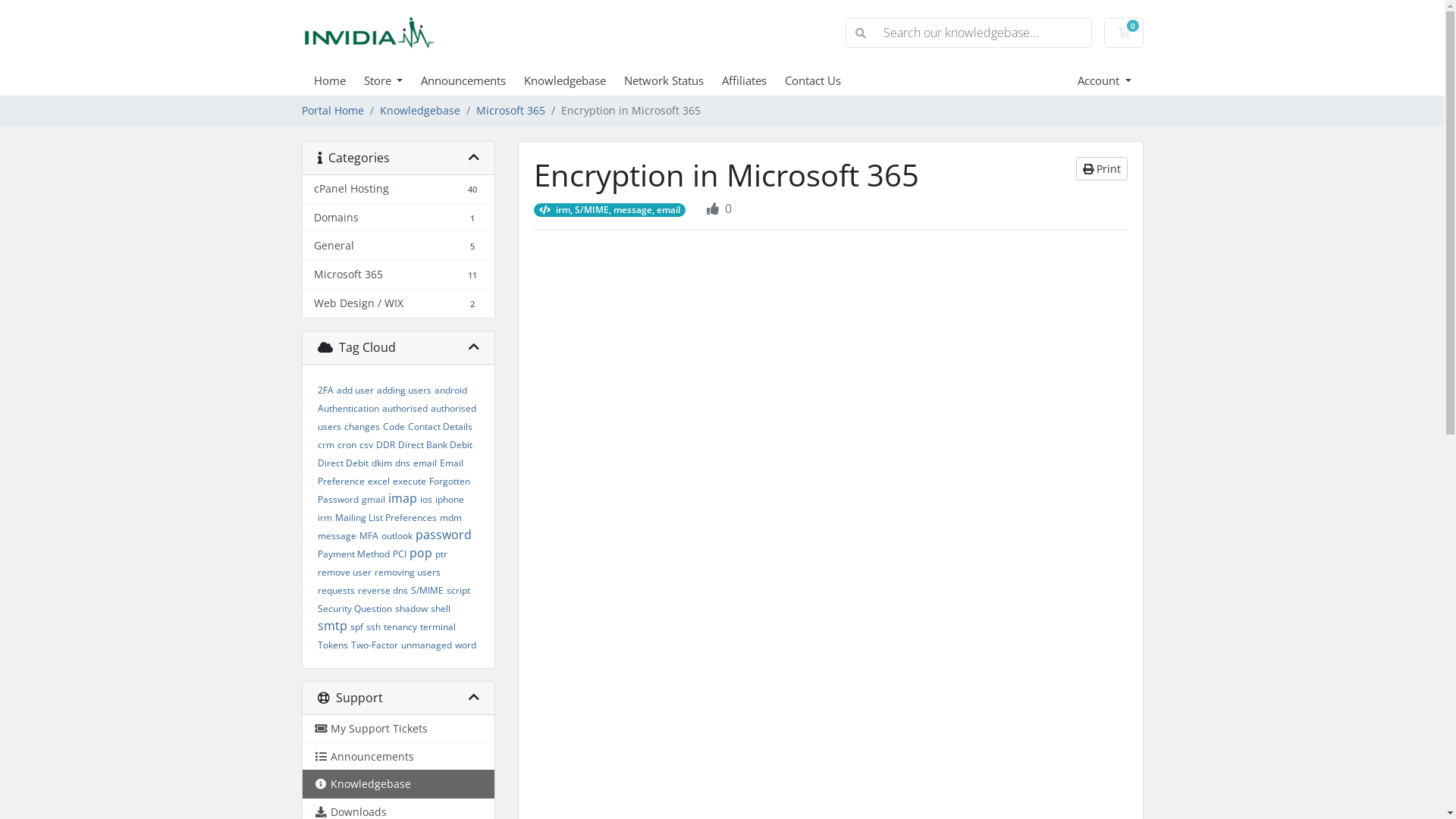 The image size is (1456, 819). I want to click on 'add user', so click(336, 389).